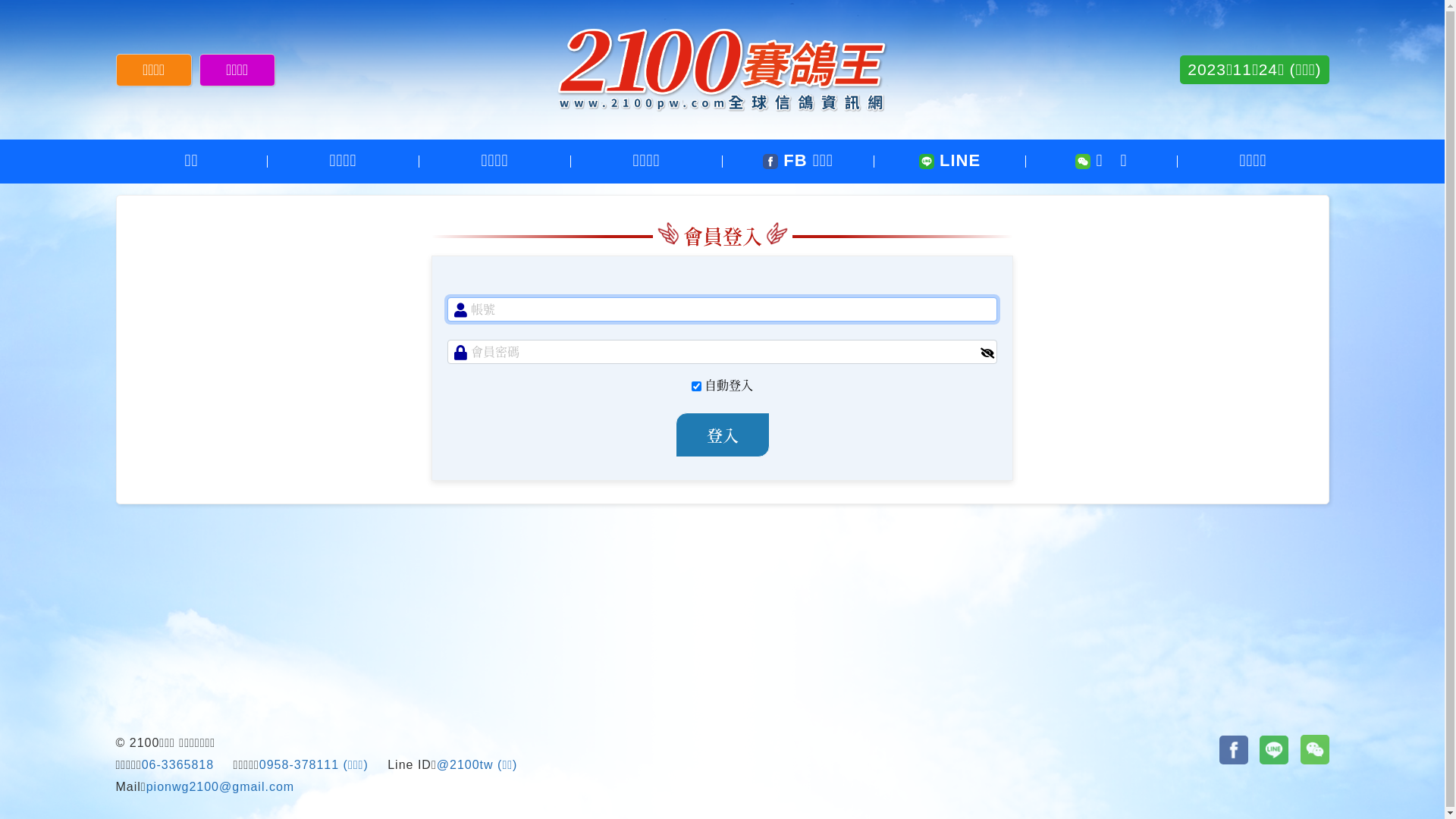 The image size is (1456, 819). Describe the element at coordinates (259, 764) in the screenshot. I see `'0958-378111'` at that location.